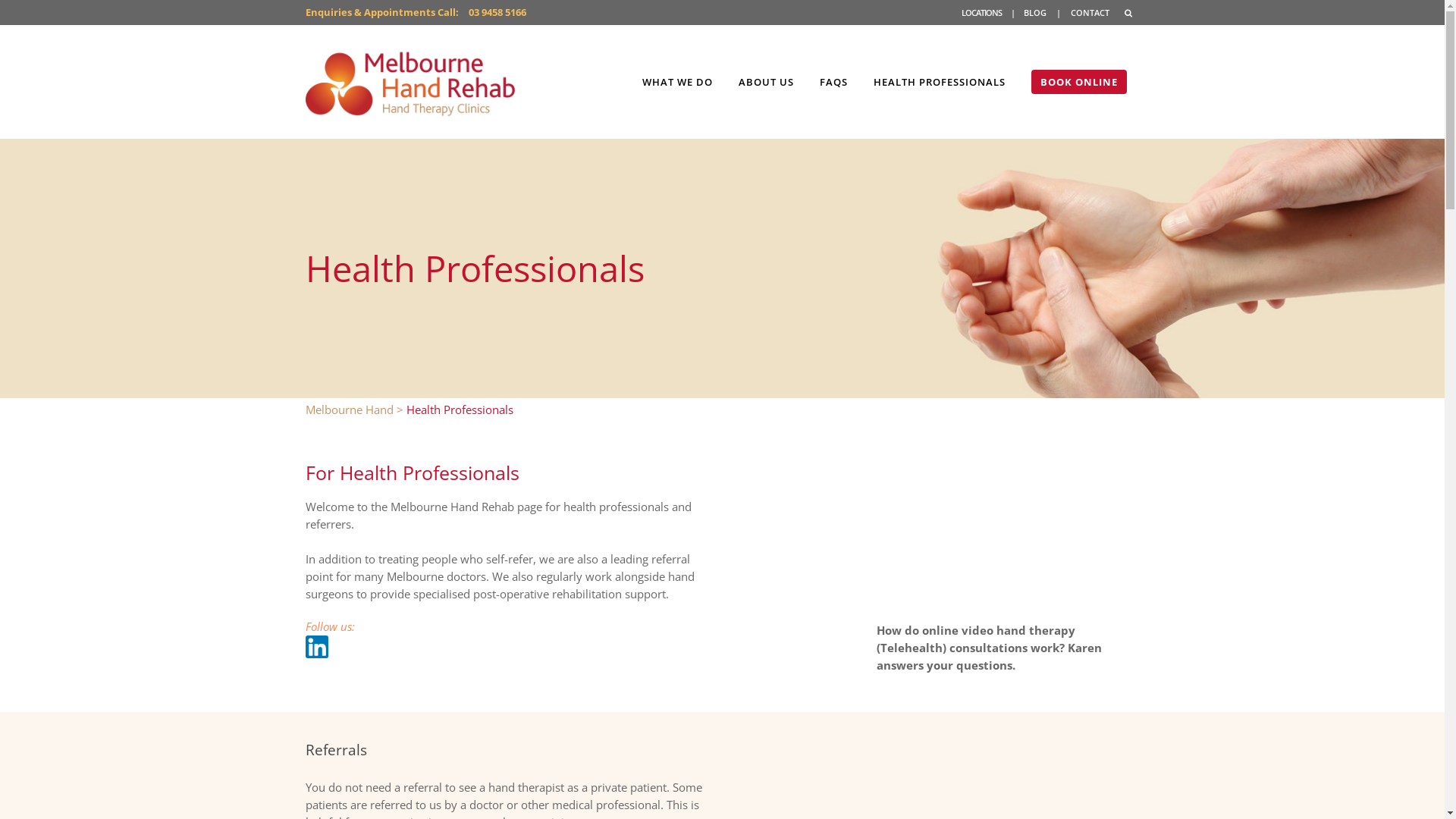  What do you see at coordinates (938, 82) in the screenshot?
I see `'HEALTH PROFESSIONALS'` at bounding box center [938, 82].